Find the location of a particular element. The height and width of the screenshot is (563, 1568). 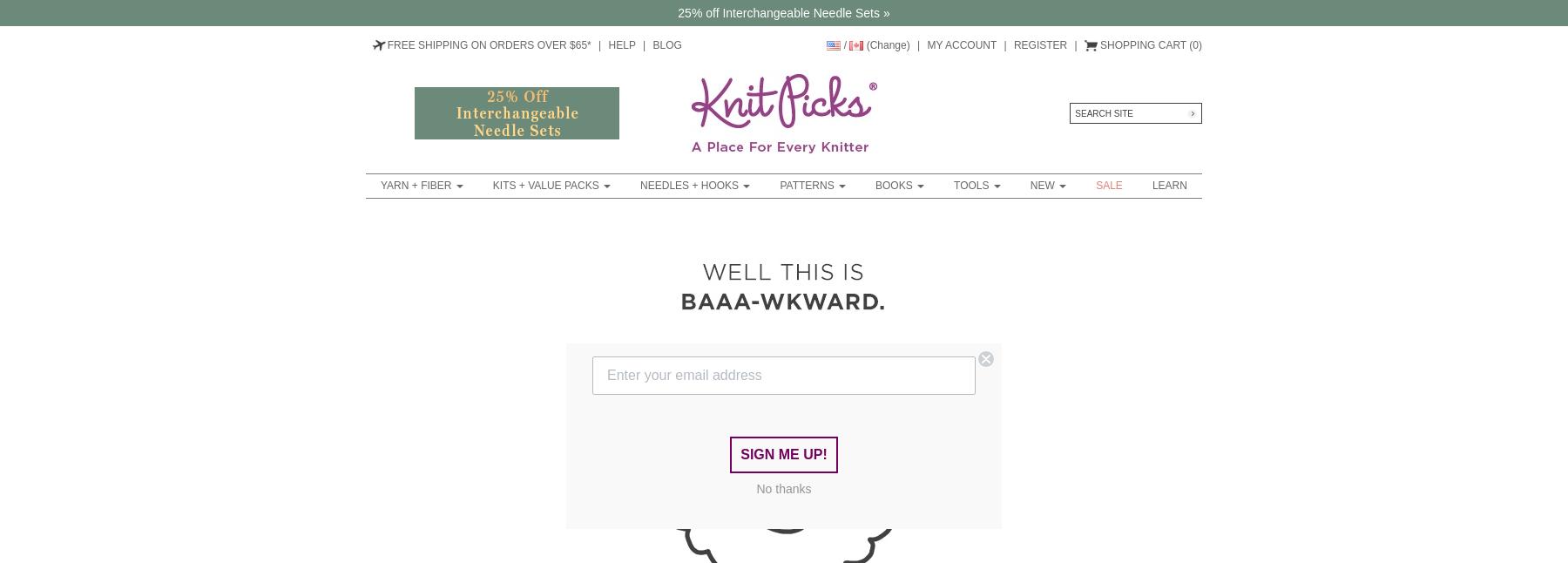

'(' is located at coordinates (1187, 44).